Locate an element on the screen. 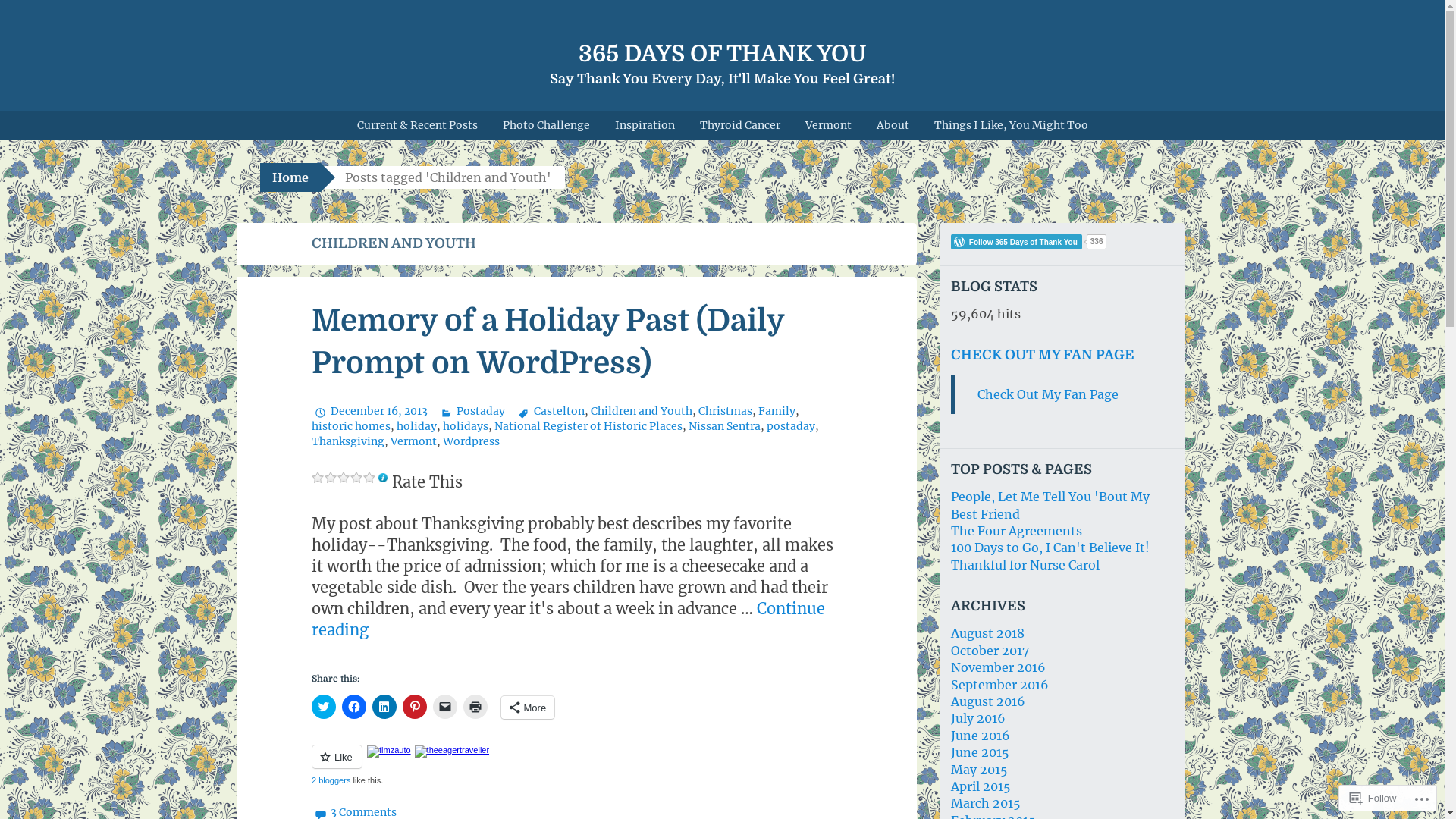 This screenshot has height=819, width=1456. 'Click to share on Facebook (Opens in new window)' is located at coordinates (340, 707).